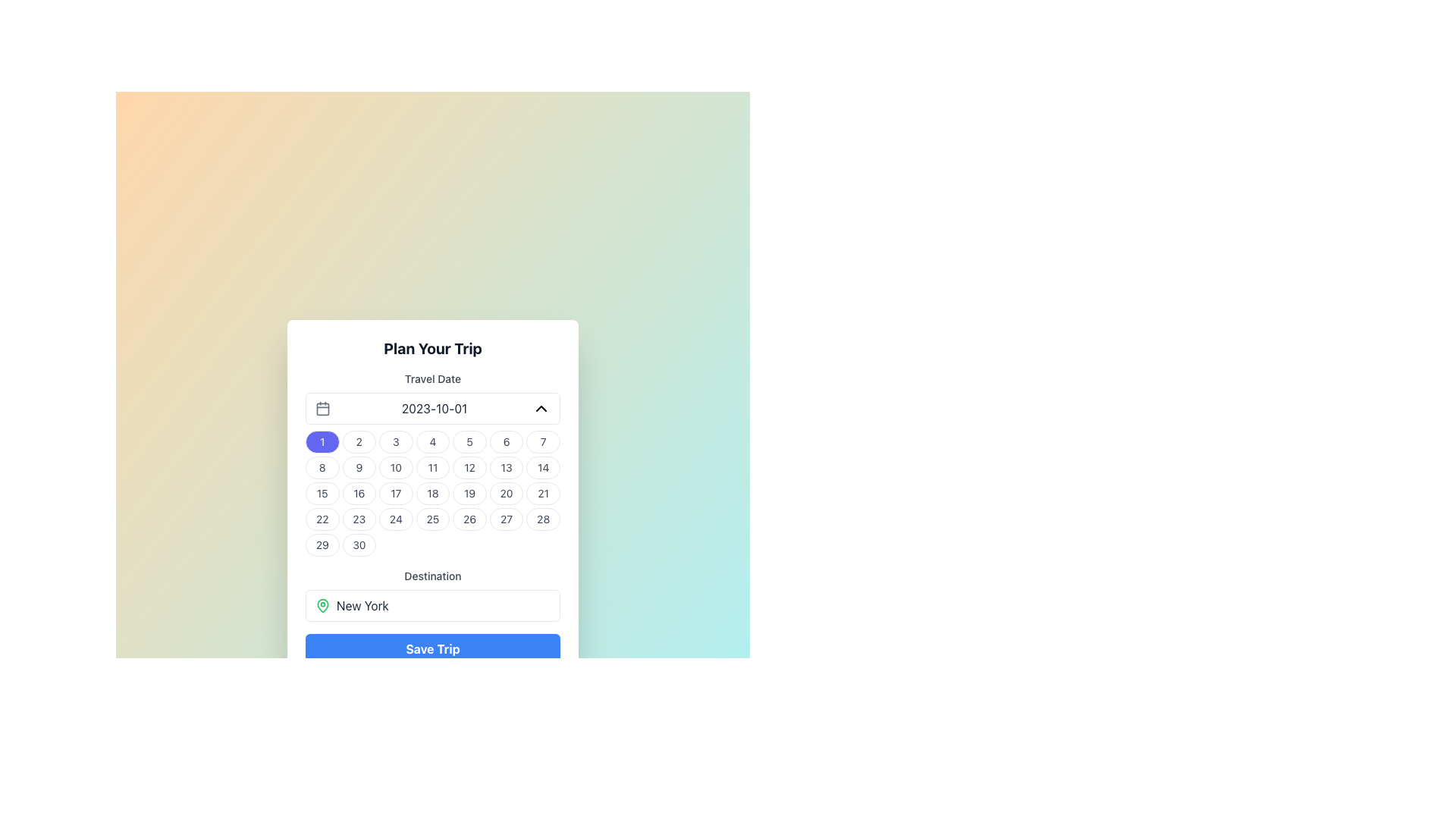 The image size is (1456, 819). I want to click on the button labeled '3' in the top row of the calendar interface, so click(396, 441).